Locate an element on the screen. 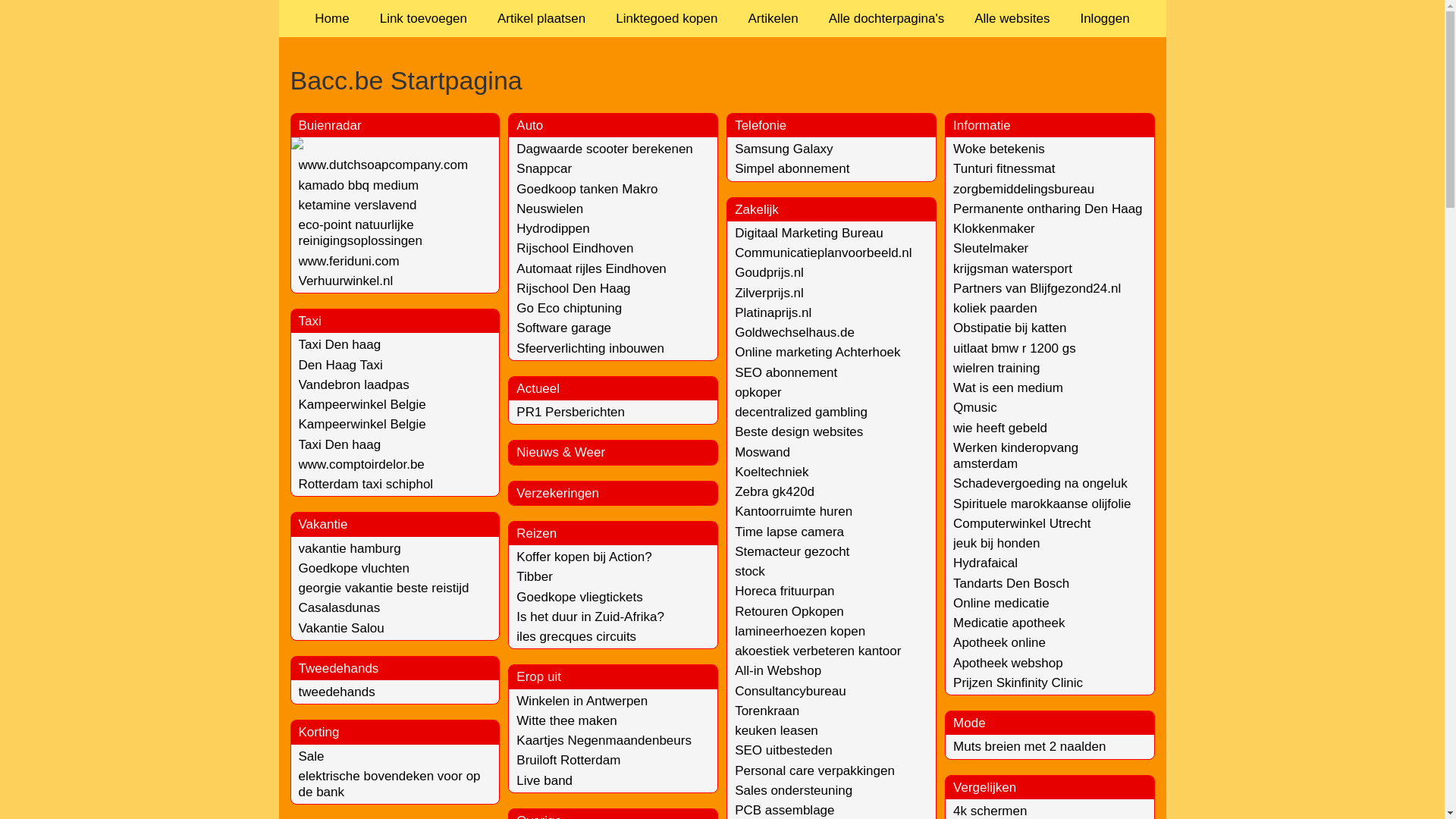  'Retouren Opkopen' is located at coordinates (789, 610).